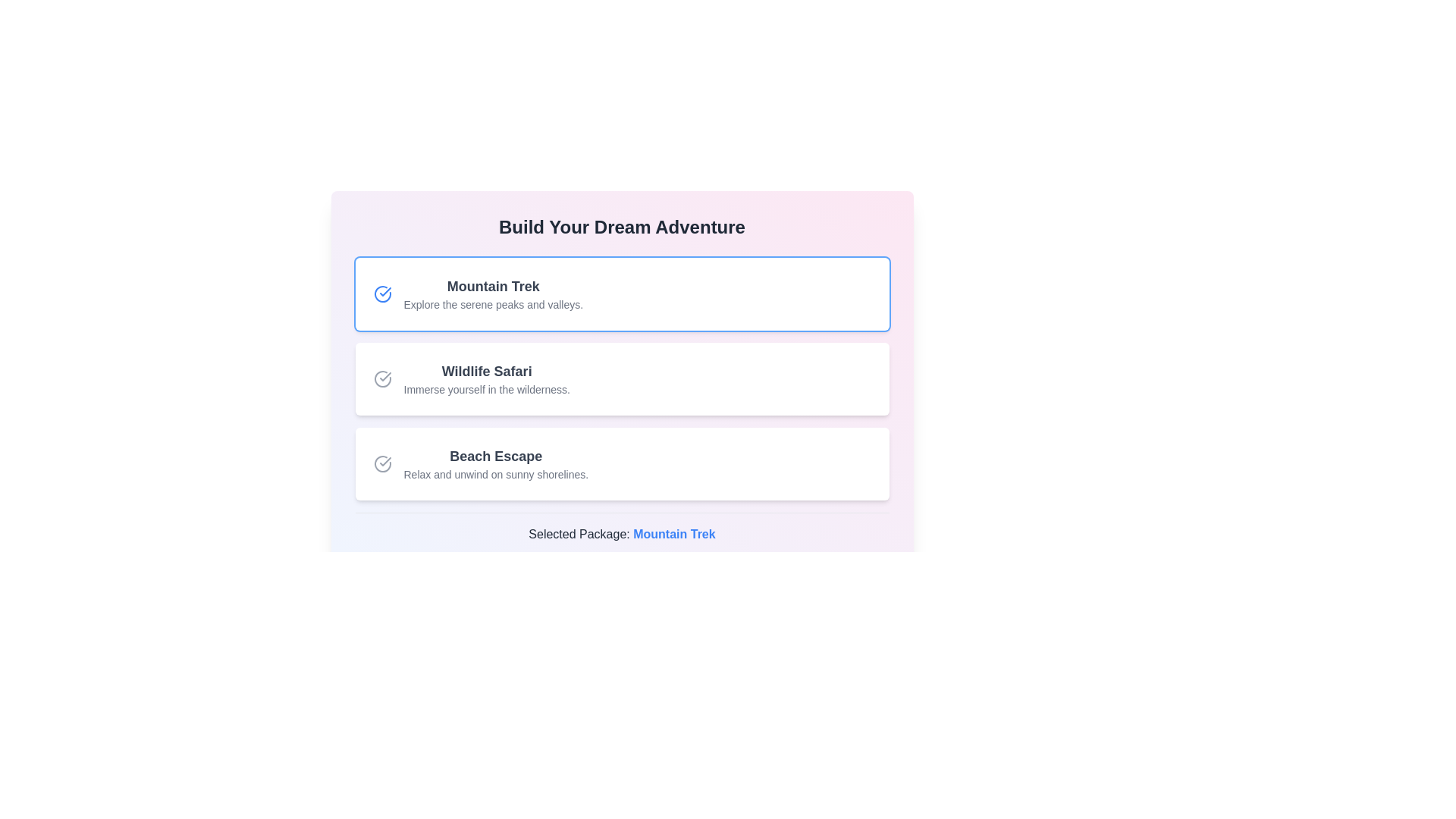 The height and width of the screenshot is (819, 1456). I want to click on the informational title and description text block for the 'Mountain Trek' package, located at the top of the options list under 'Build Your Dream Adventure.', so click(493, 294).